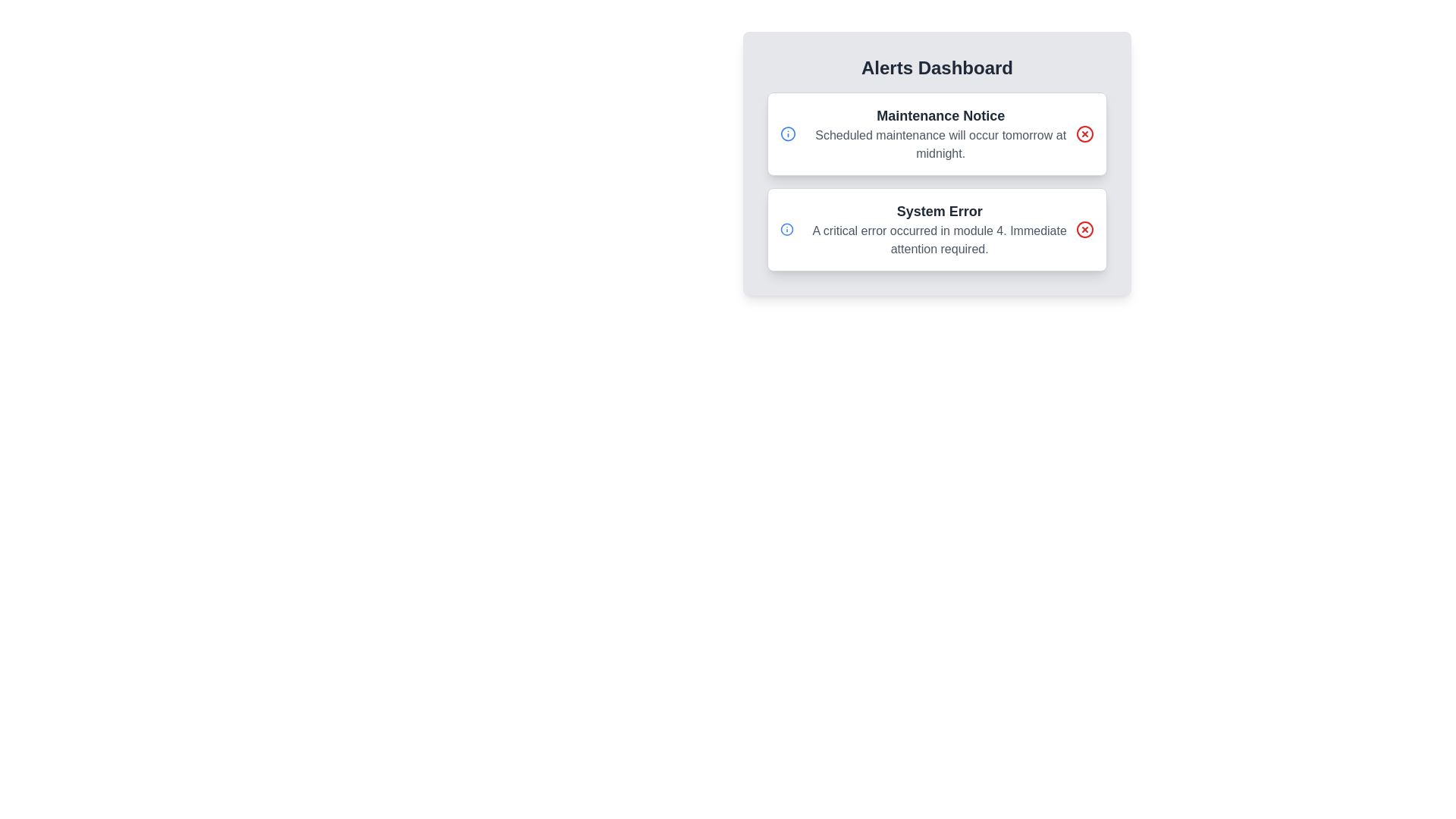  What do you see at coordinates (940, 115) in the screenshot?
I see `the Text Label that serves as the title for the notification card in the 'Alerts Dashboard' section, which summarizes the content of the notification below it` at bounding box center [940, 115].